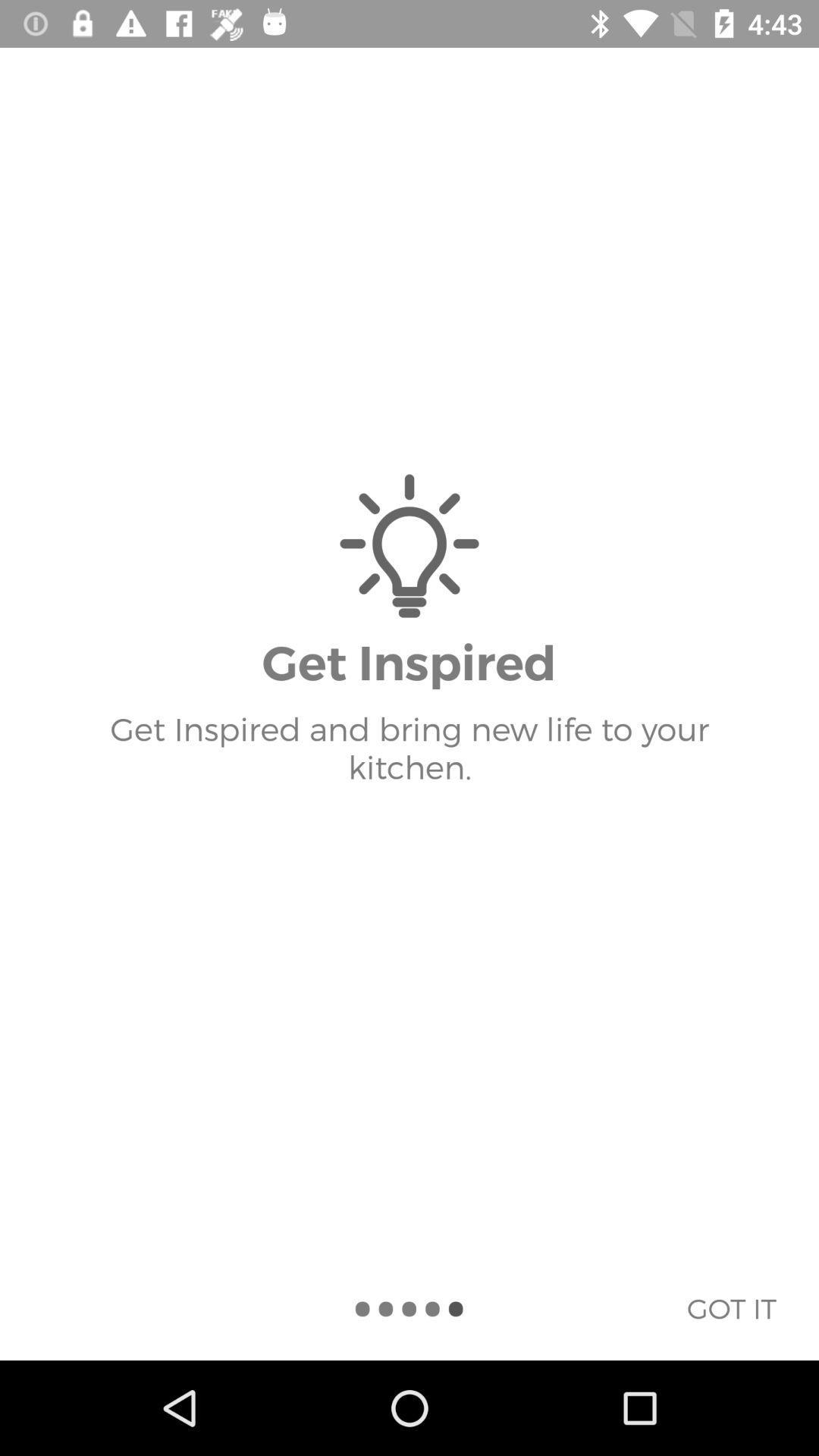 The width and height of the screenshot is (819, 1456). Describe the element at coordinates (730, 1307) in the screenshot. I see `the got it item` at that location.